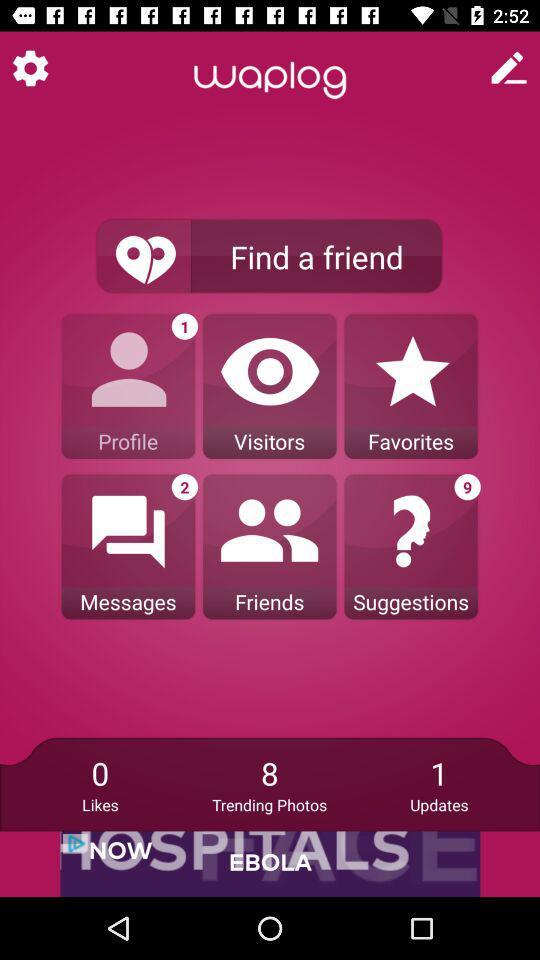 The width and height of the screenshot is (540, 960). What do you see at coordinates (509, 68) in the screenshot?
I see `editing` at bounding box center [509, 68].